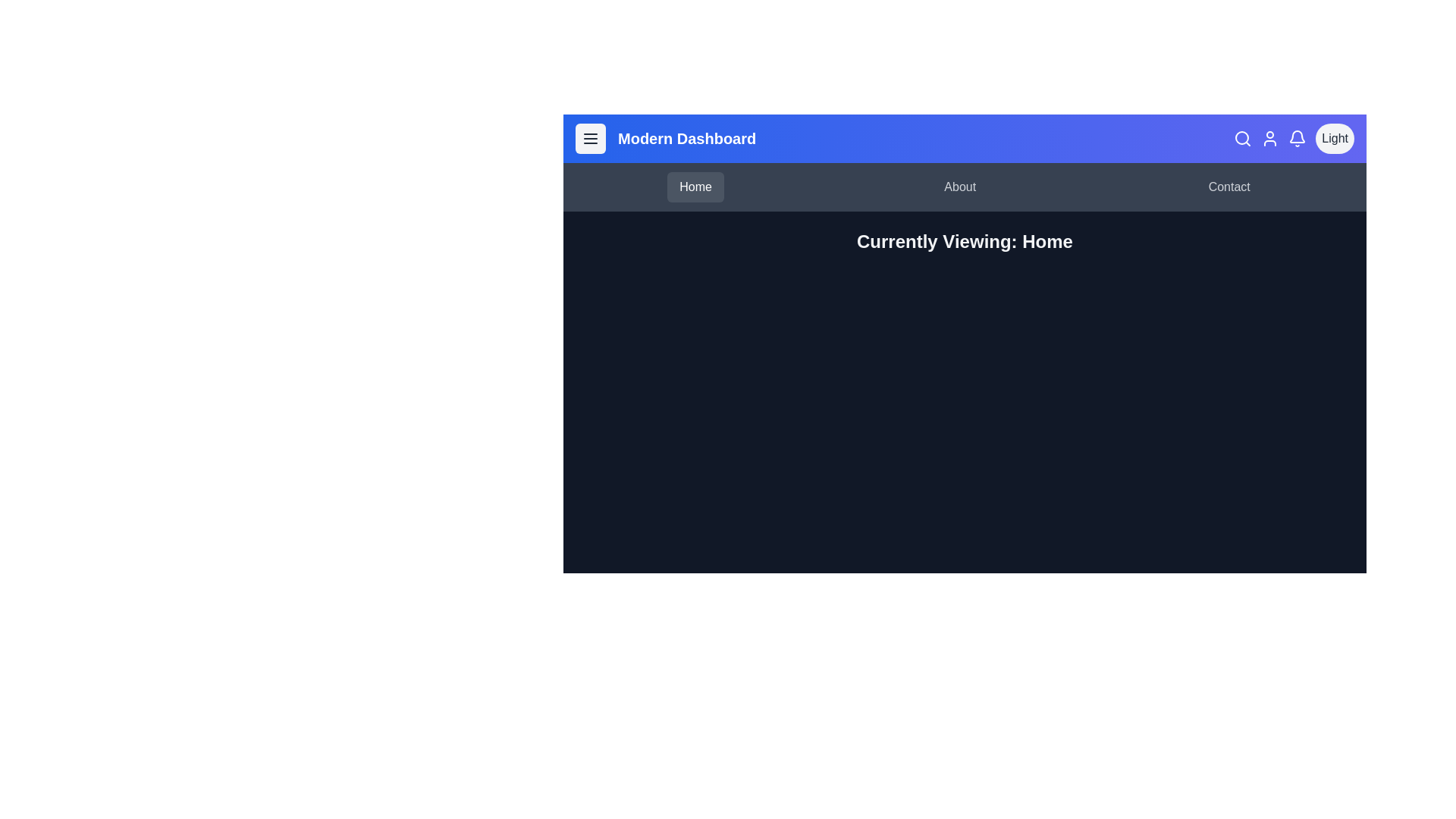 The width and height of the screenshot is (1456, 819). What do you see at coordinates (959, 186) in the screenshot?
I see `the navigation tab About to view the hover effect` at bounding box center [959, 186].